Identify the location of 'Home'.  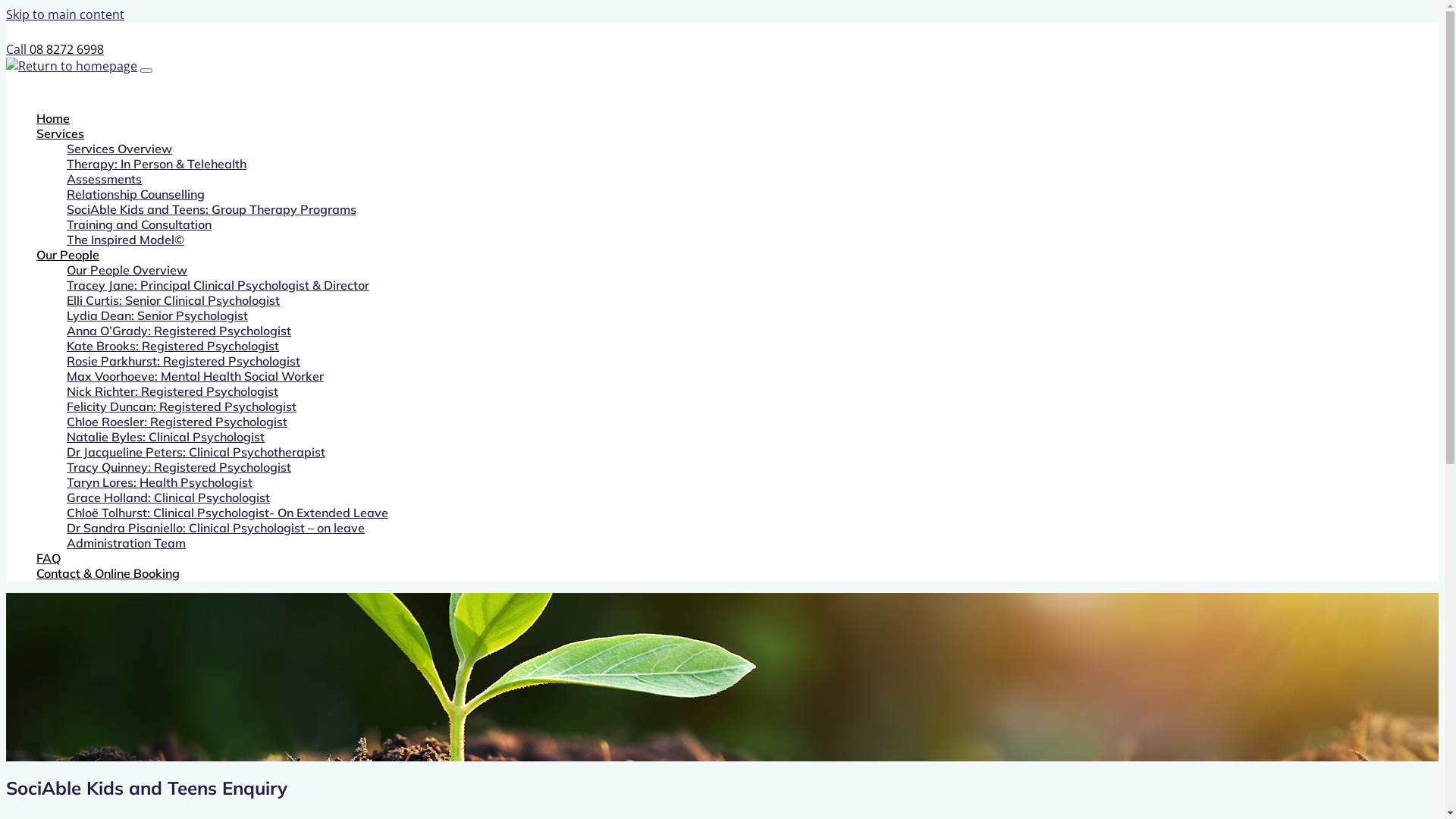
(36, 117).